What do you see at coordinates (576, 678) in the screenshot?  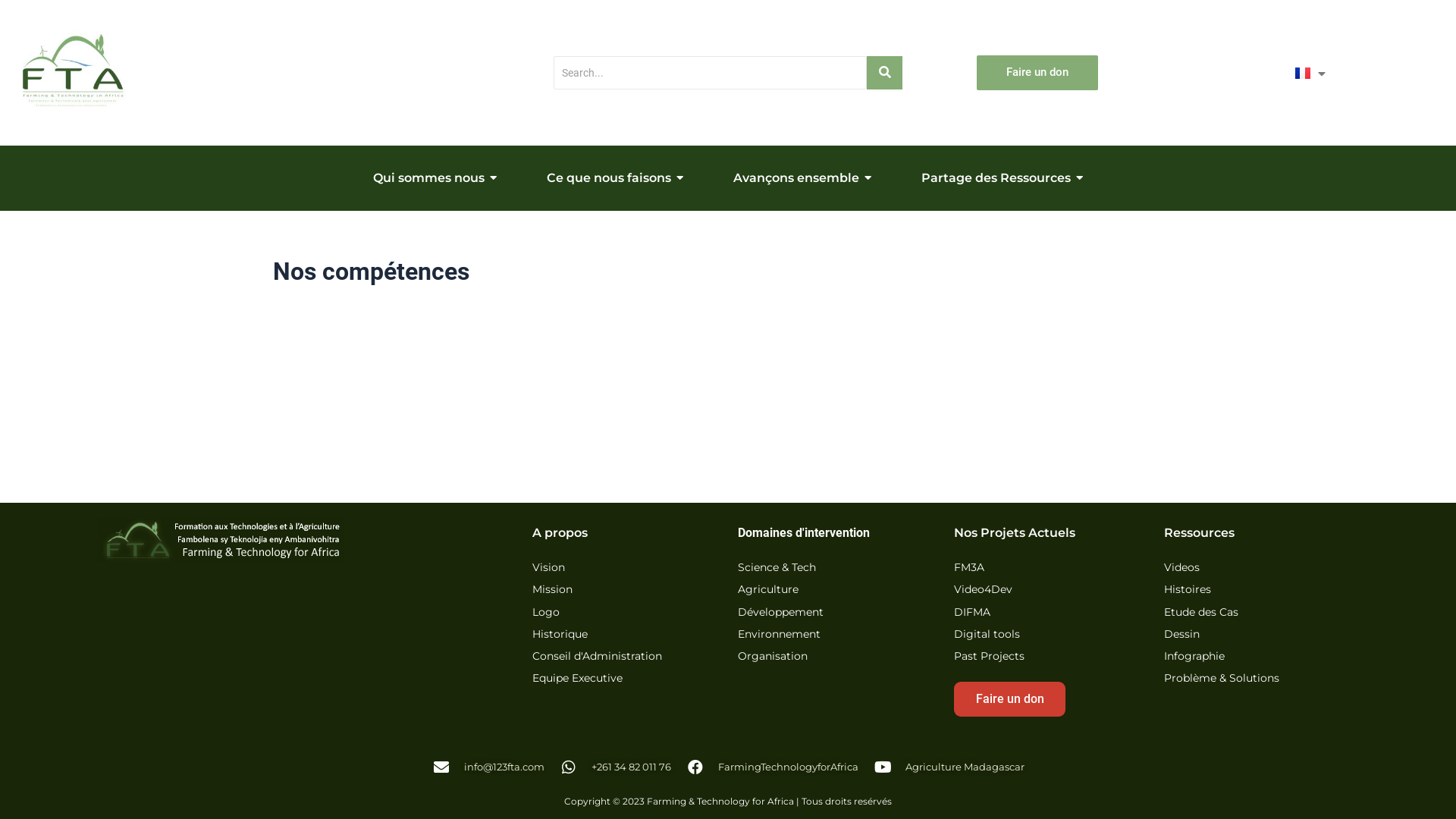 I see `'Equipe Executive'` at bounding box center [576, 678].